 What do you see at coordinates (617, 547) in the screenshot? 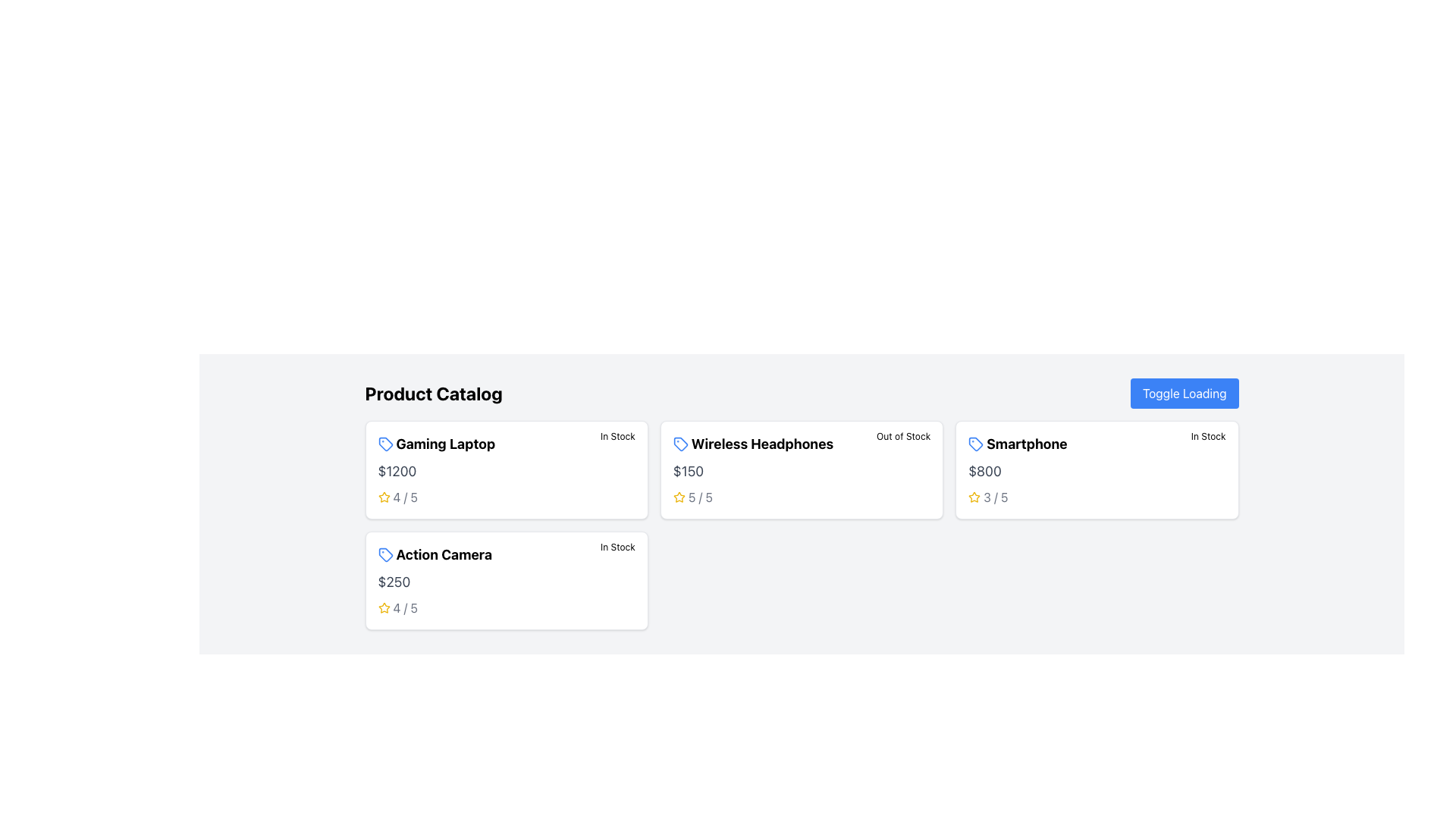
I see `the 'In Stock' badge located in the top-right corner of the 'Action Camera' product panel to indicate its availability status` at bounding box center [617, 547].